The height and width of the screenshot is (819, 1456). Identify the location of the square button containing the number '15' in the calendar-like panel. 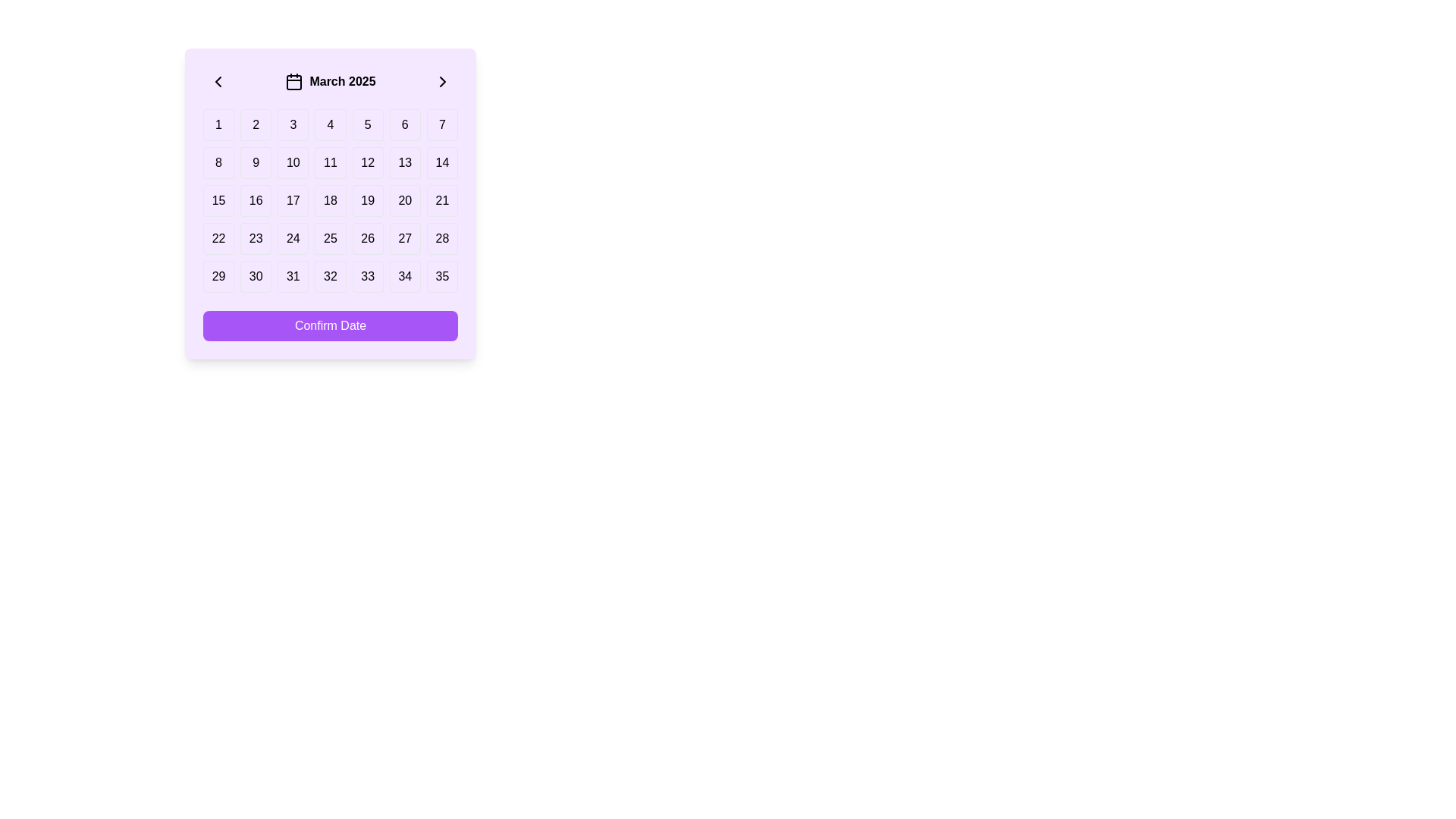
(218, 200).